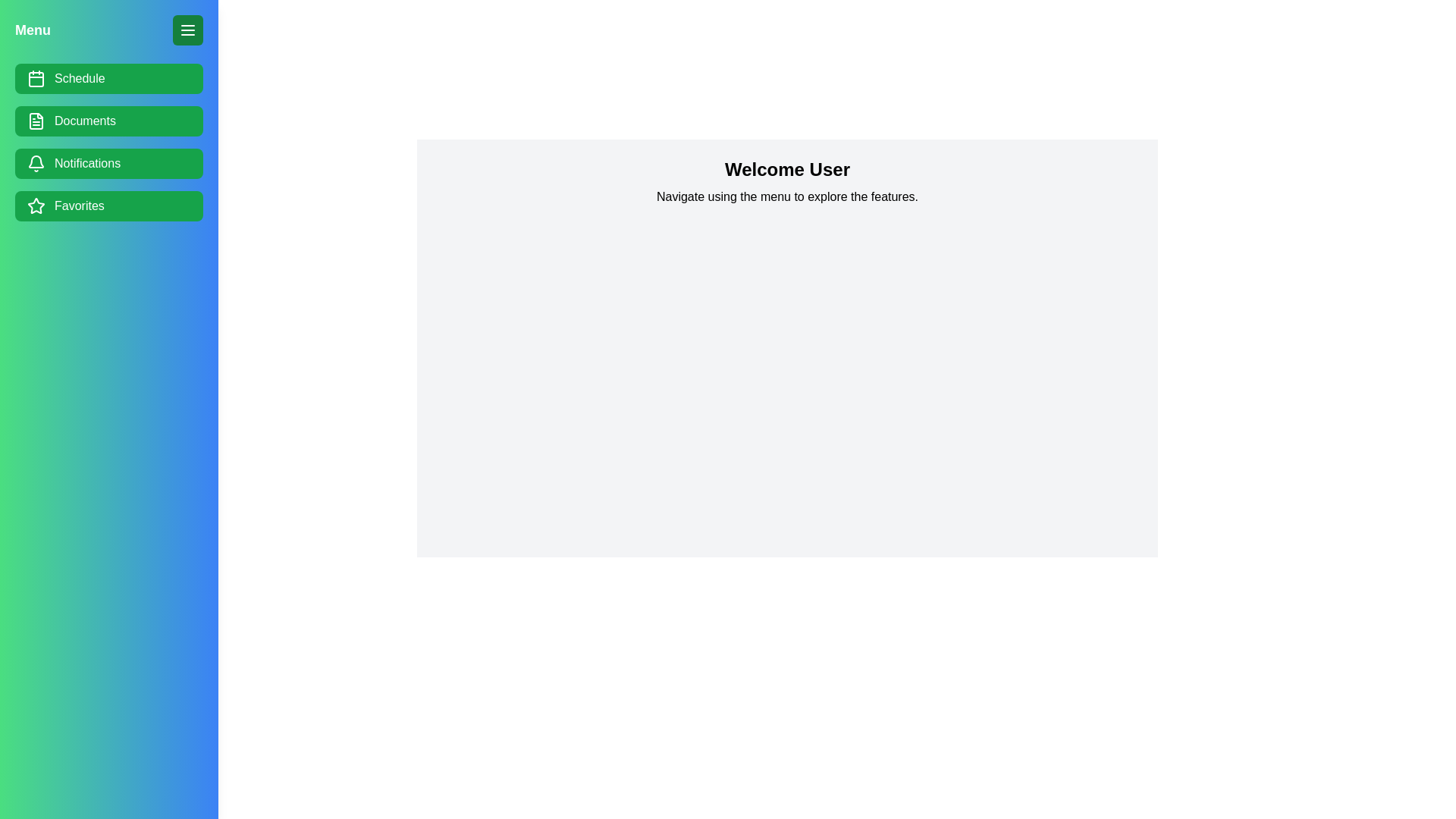 The height and width of the screenshot is (819, 1456). Describe the element at coordinates (108, 164) in the screenshot. I see `the menu item Notifications in the drawer` at that location.